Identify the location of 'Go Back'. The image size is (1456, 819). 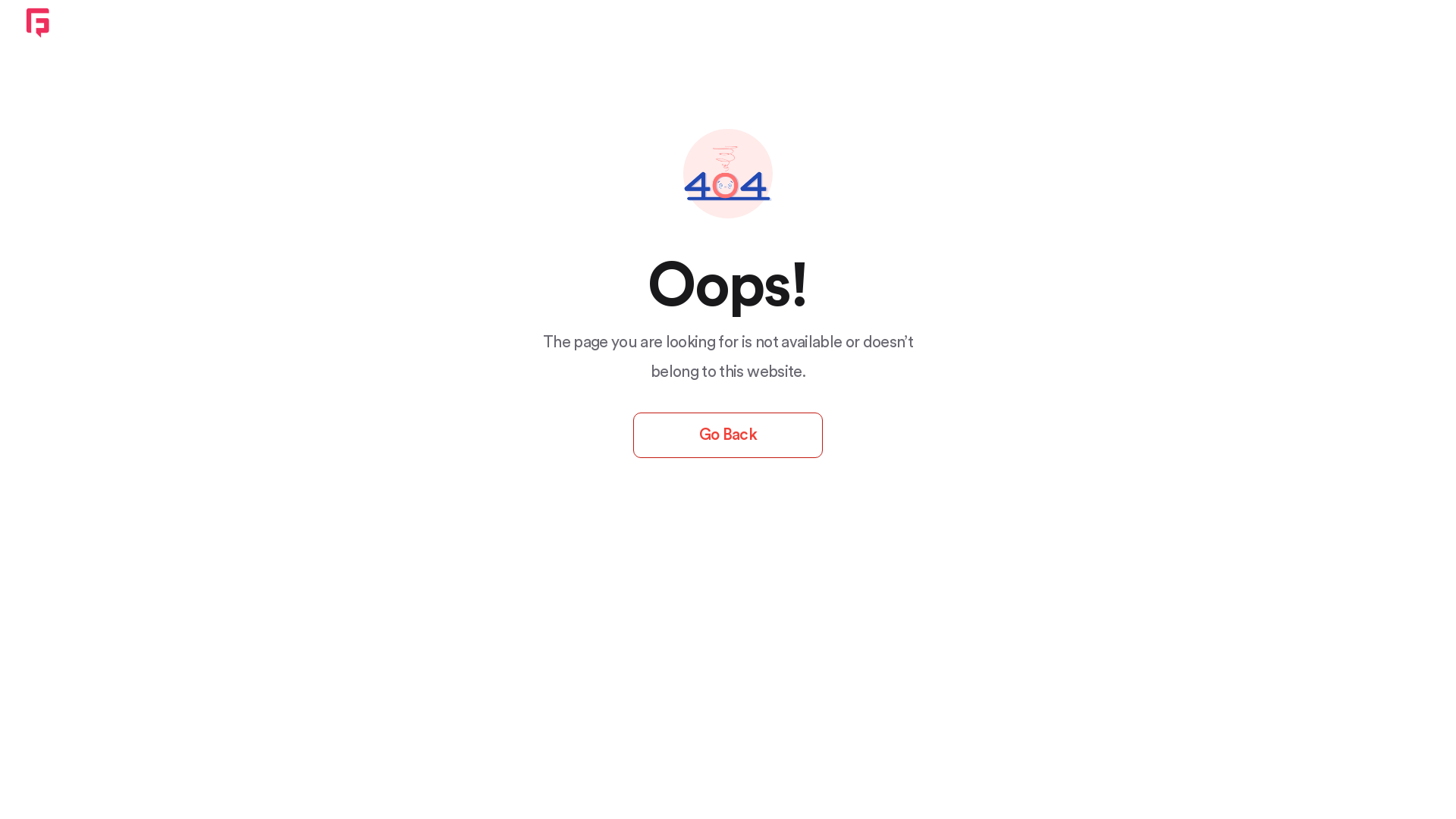
(633, 435).